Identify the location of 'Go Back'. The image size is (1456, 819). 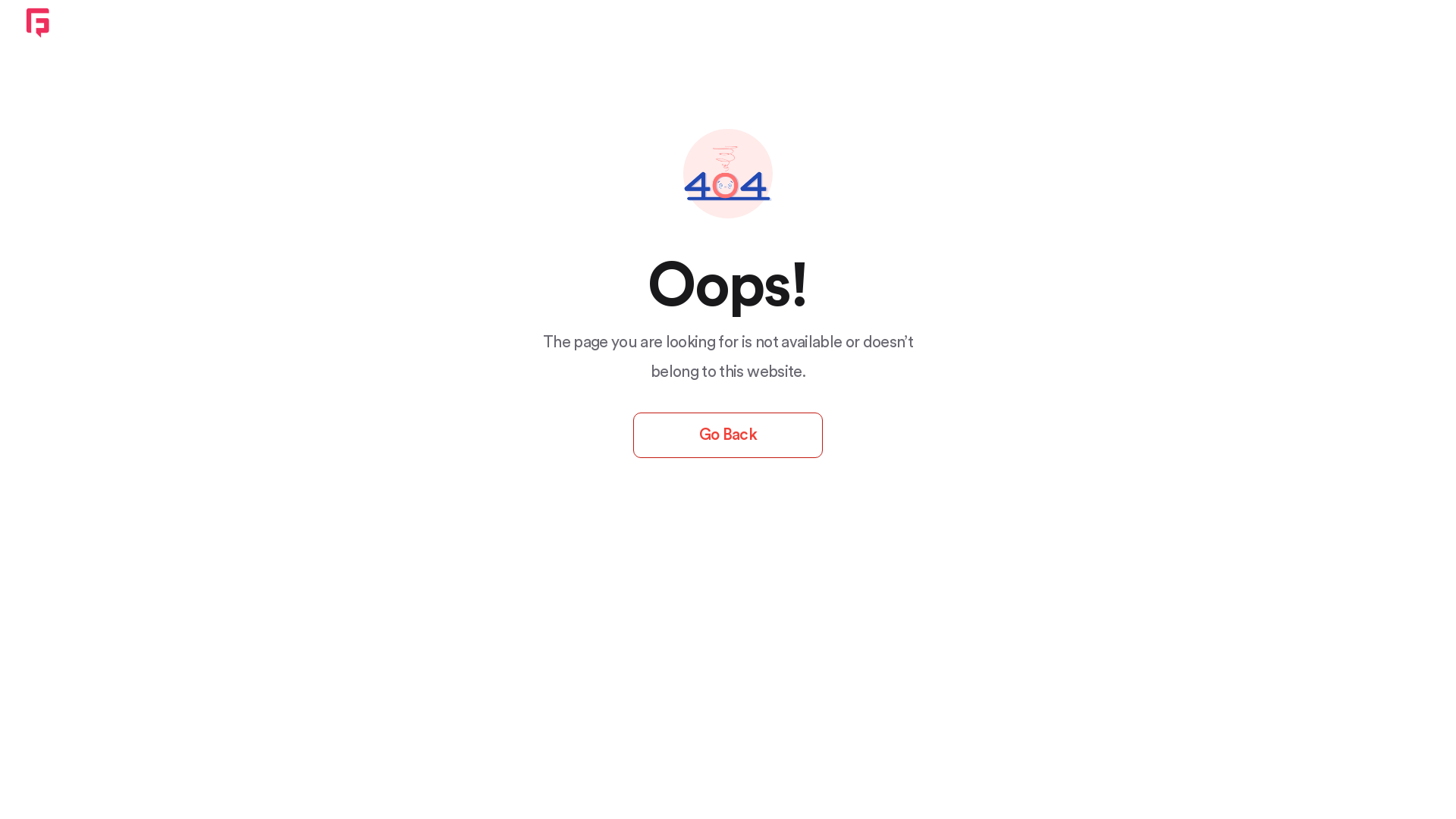
(633, 435).